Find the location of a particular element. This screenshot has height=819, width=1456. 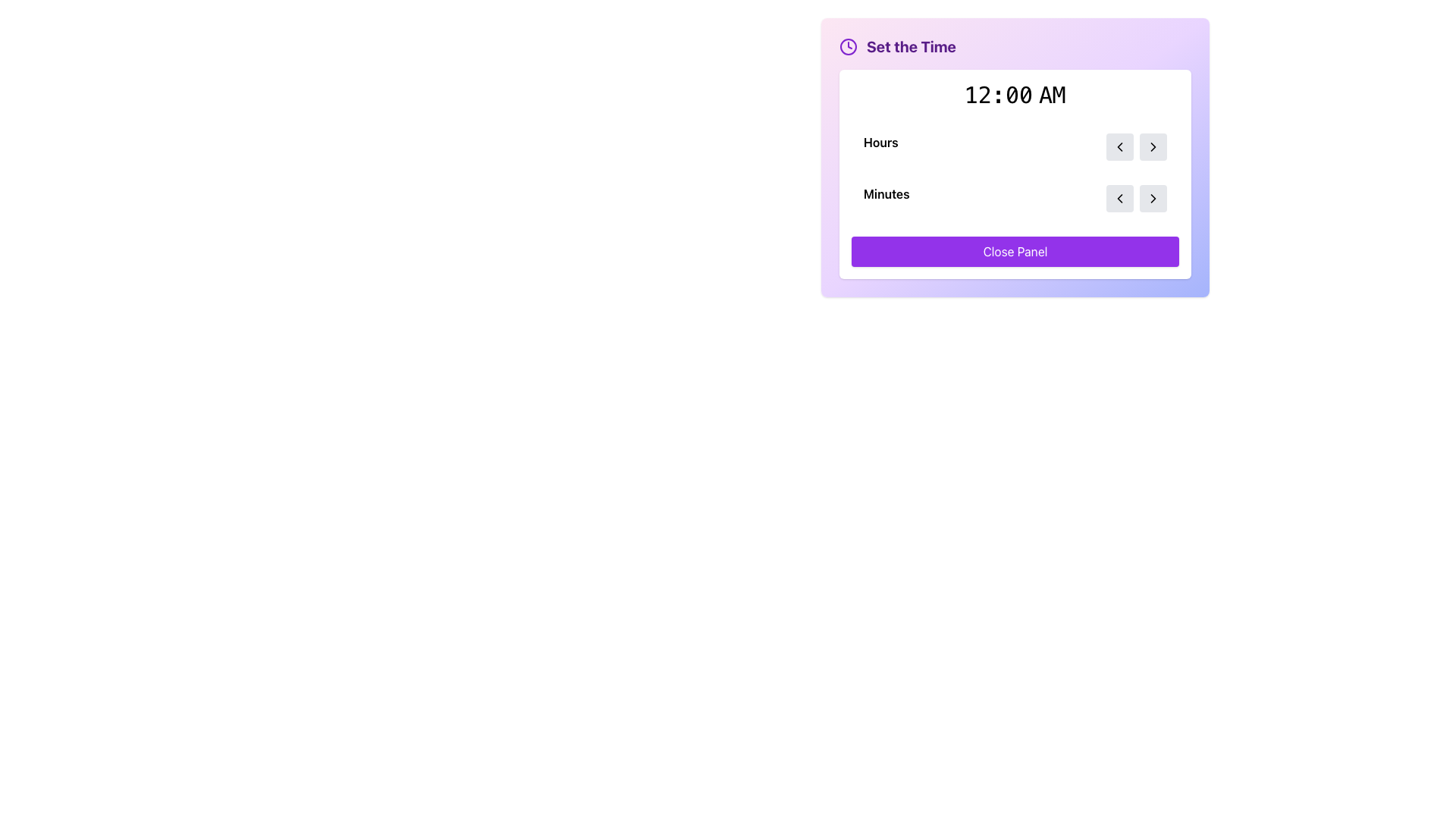

the right chevron icon to increase the minutes in the time display, located under the 'Minutes' label in the 'Set the Time' panel is located at coordinates (1136, 198).